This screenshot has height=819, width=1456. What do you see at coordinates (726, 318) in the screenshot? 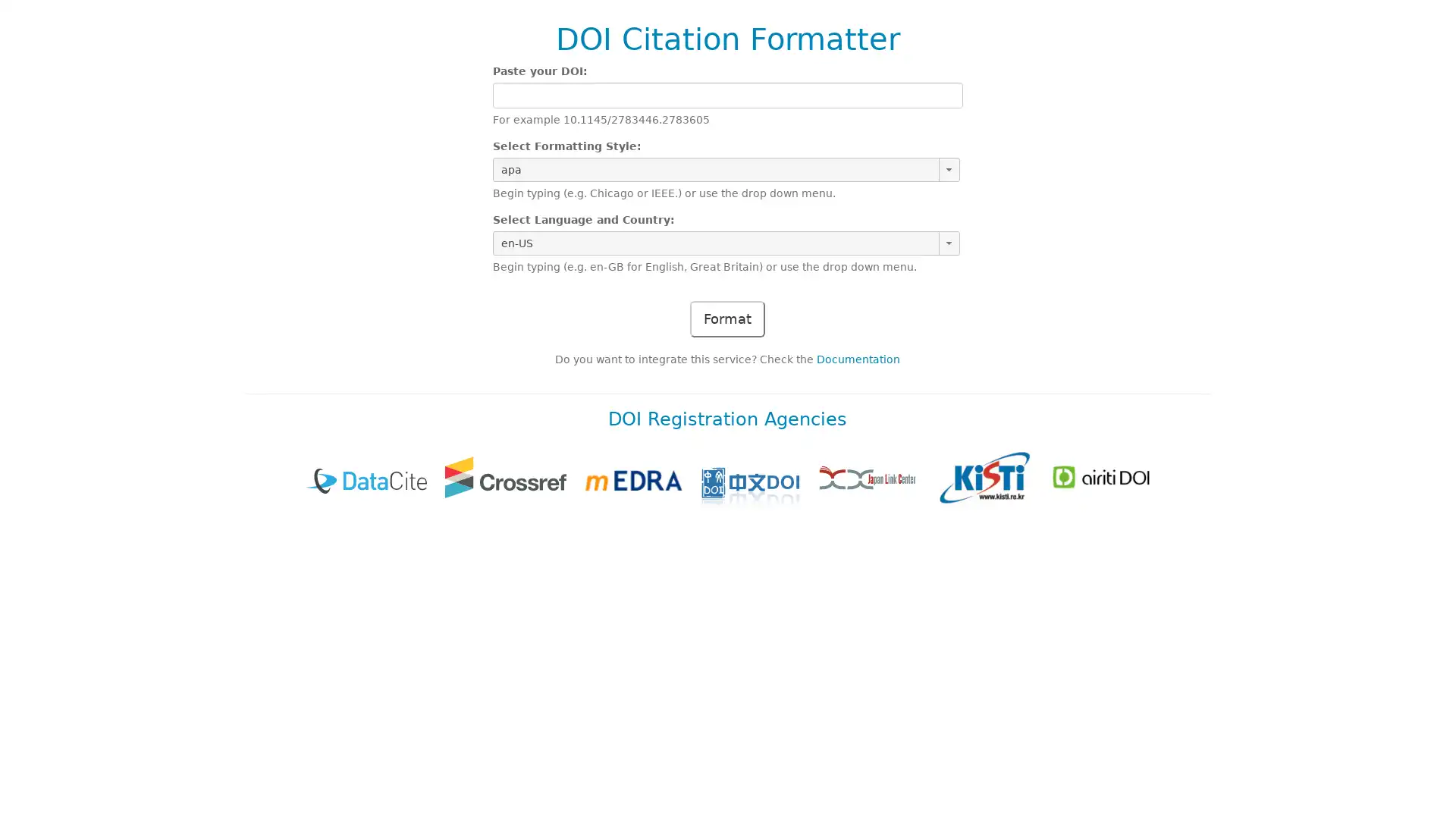
I see `Format` at bounding box center [726, 318].